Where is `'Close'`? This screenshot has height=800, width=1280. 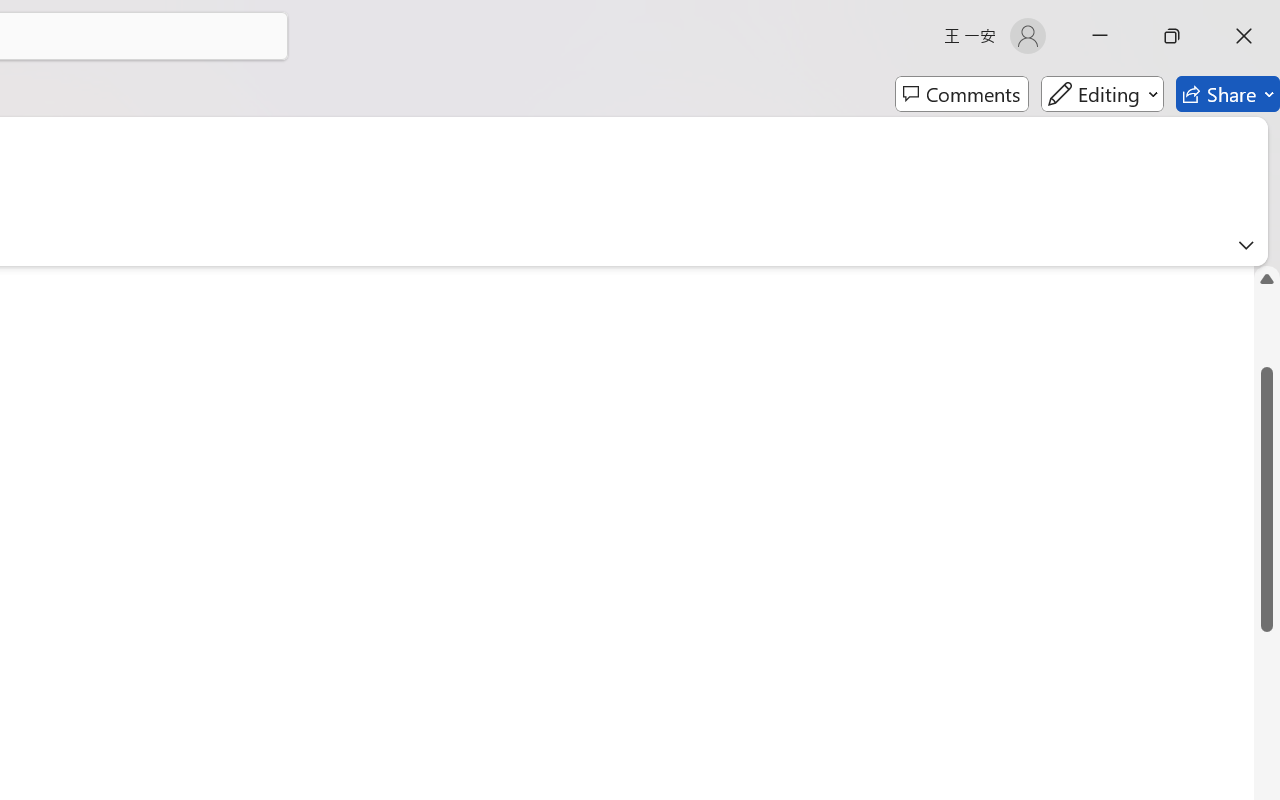
'Close' is located at coordinates (1243, 35).